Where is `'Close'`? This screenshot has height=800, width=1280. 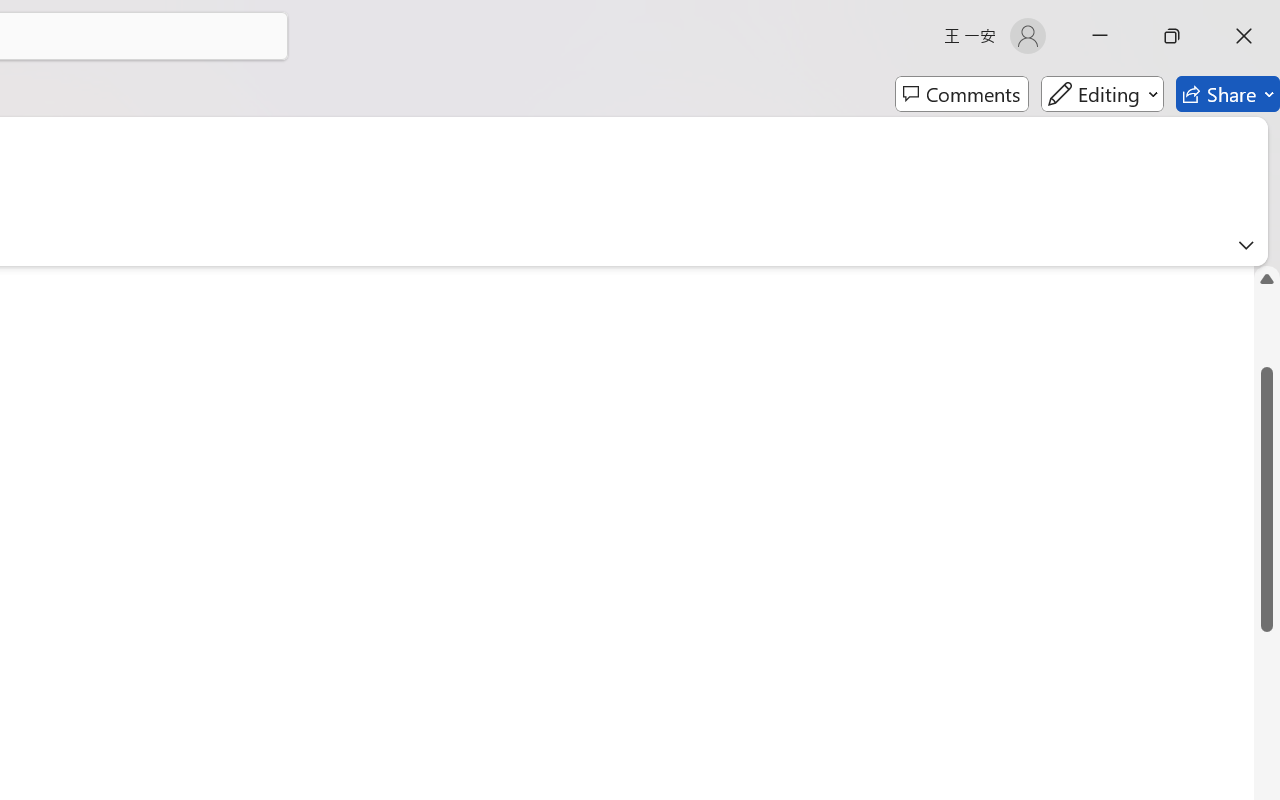
'Close' is located at coordinates (1243, 35).